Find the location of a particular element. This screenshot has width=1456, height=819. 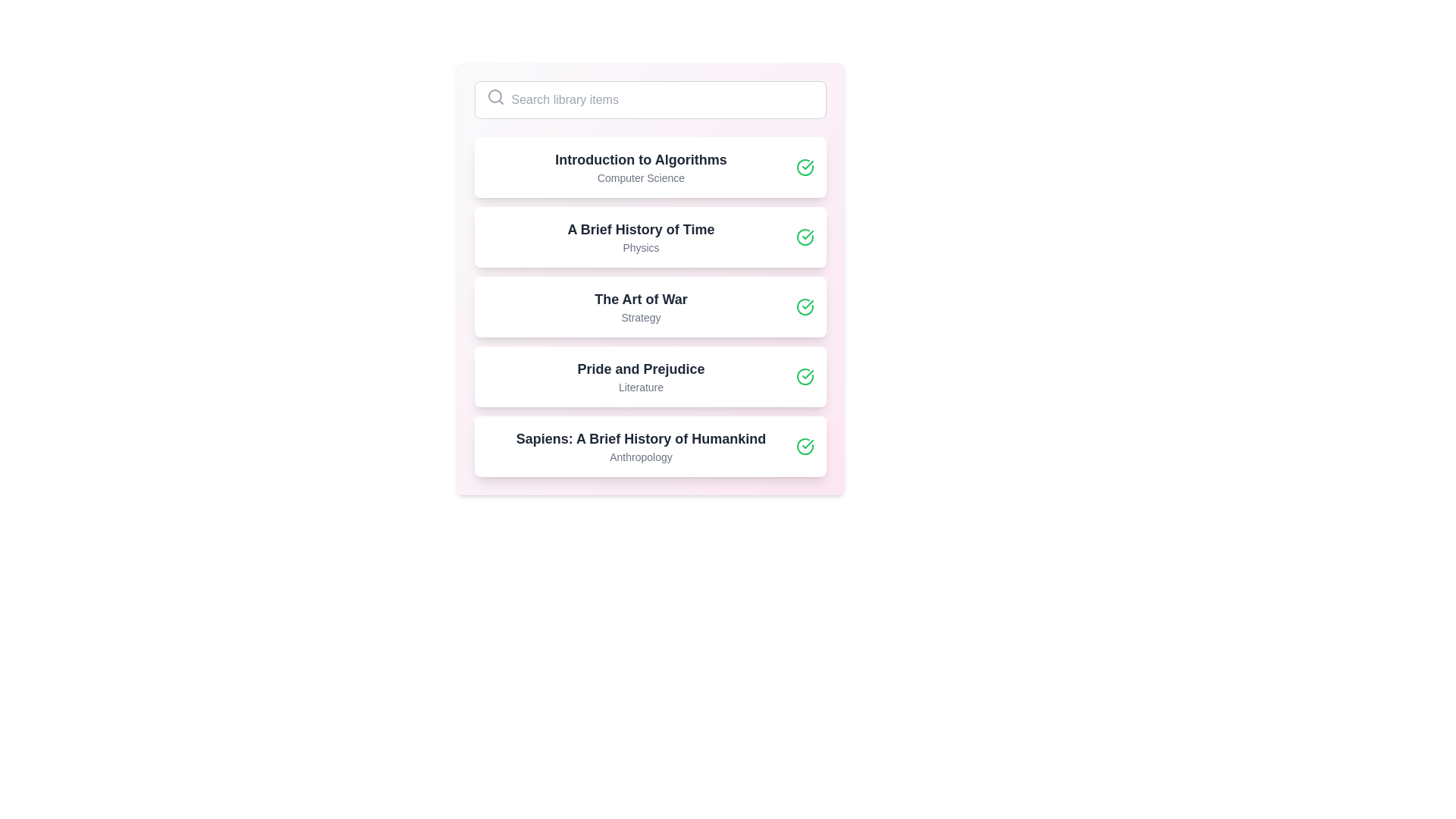

the checkmark icon located within a circular border that indicates a successful status, found to the far right of the row associated with the book 'A Brief History of Time' under the subject 'Physics' is located at coordinates (807, 234).